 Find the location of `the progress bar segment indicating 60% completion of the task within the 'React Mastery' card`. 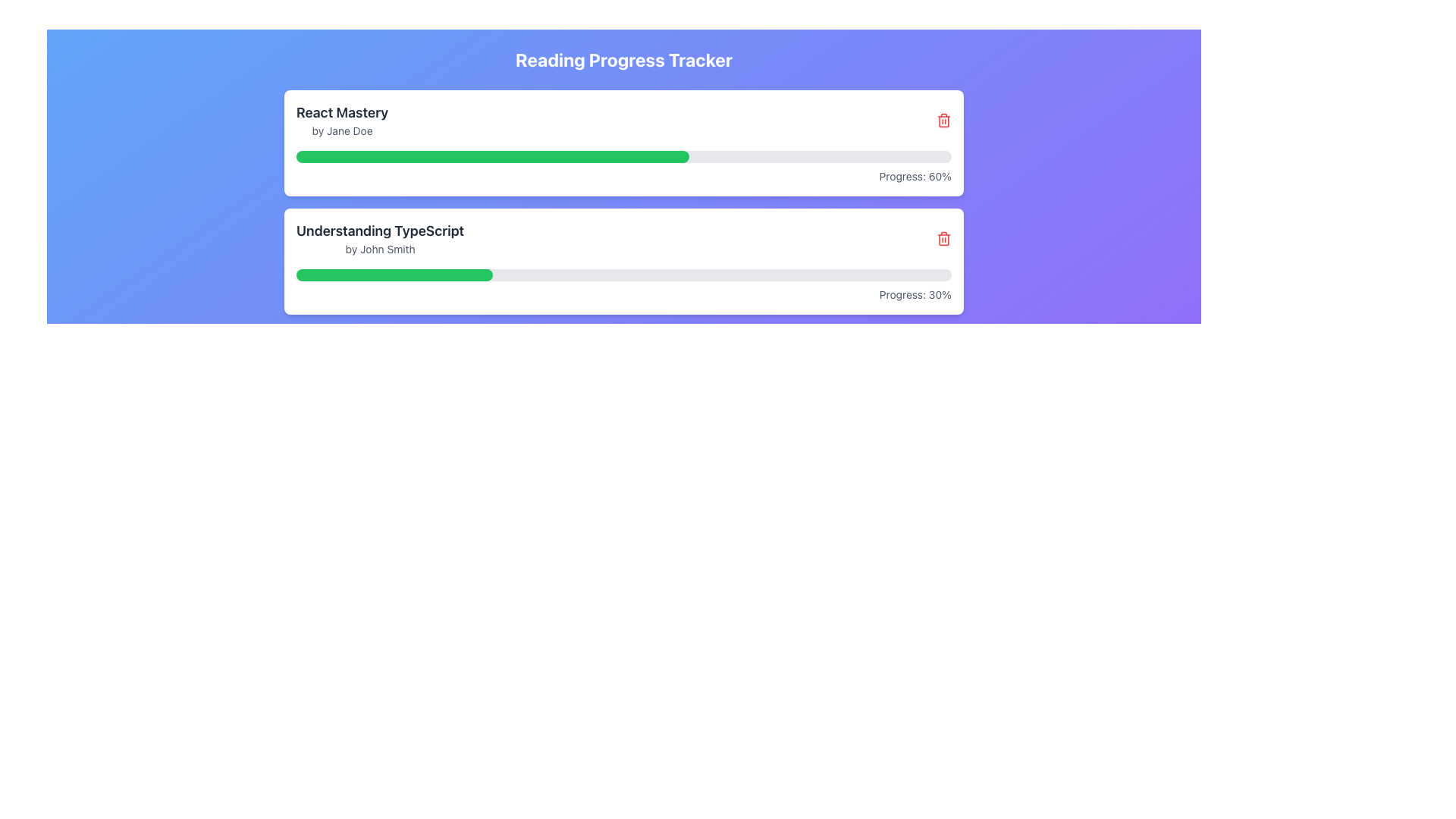

the progress bar segment indicating 60% completion of the task within the 'React Mastery' card is located at coordinates (493, 157).